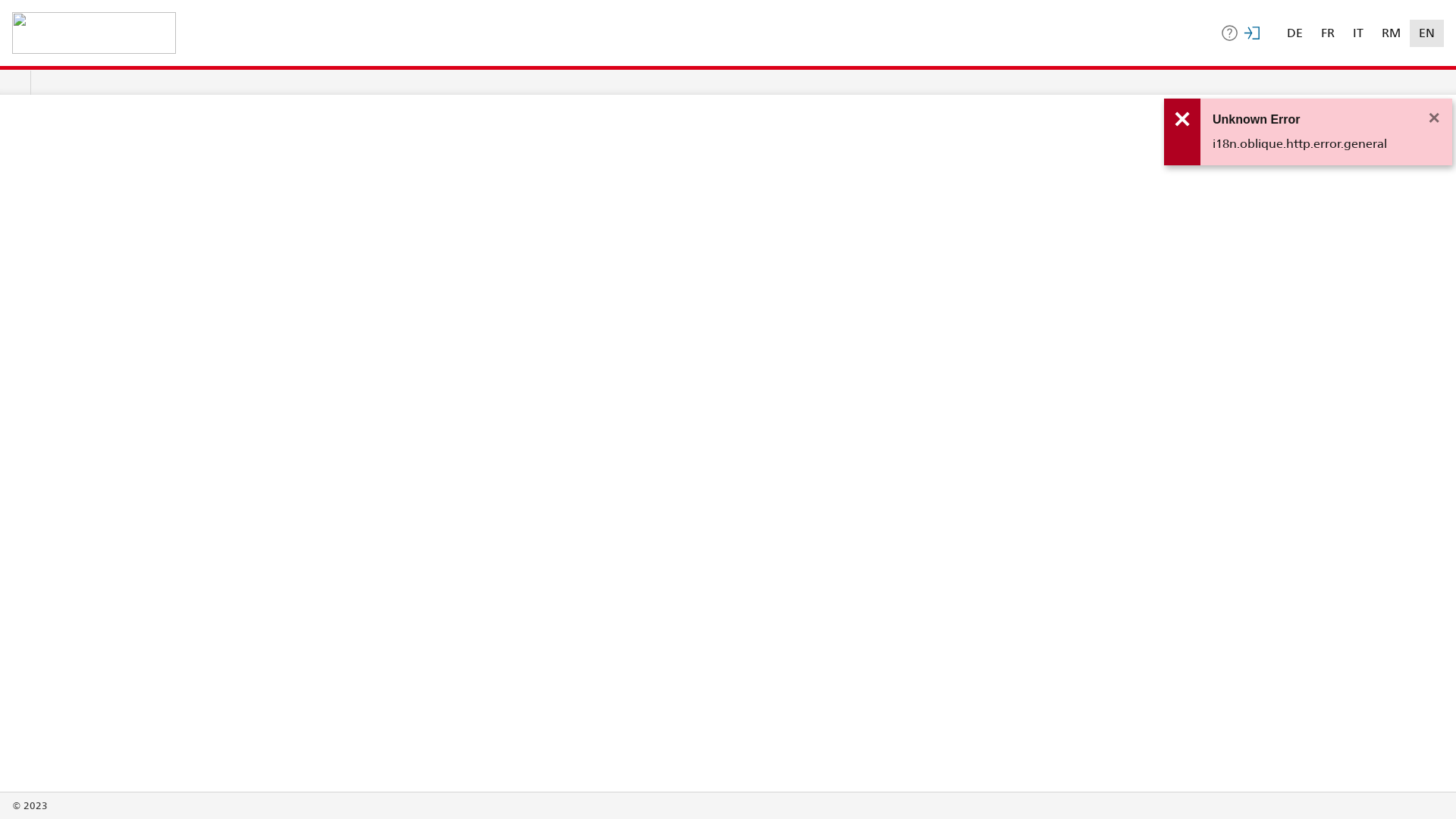  I want to click on 'EN', so click(1426, 33).